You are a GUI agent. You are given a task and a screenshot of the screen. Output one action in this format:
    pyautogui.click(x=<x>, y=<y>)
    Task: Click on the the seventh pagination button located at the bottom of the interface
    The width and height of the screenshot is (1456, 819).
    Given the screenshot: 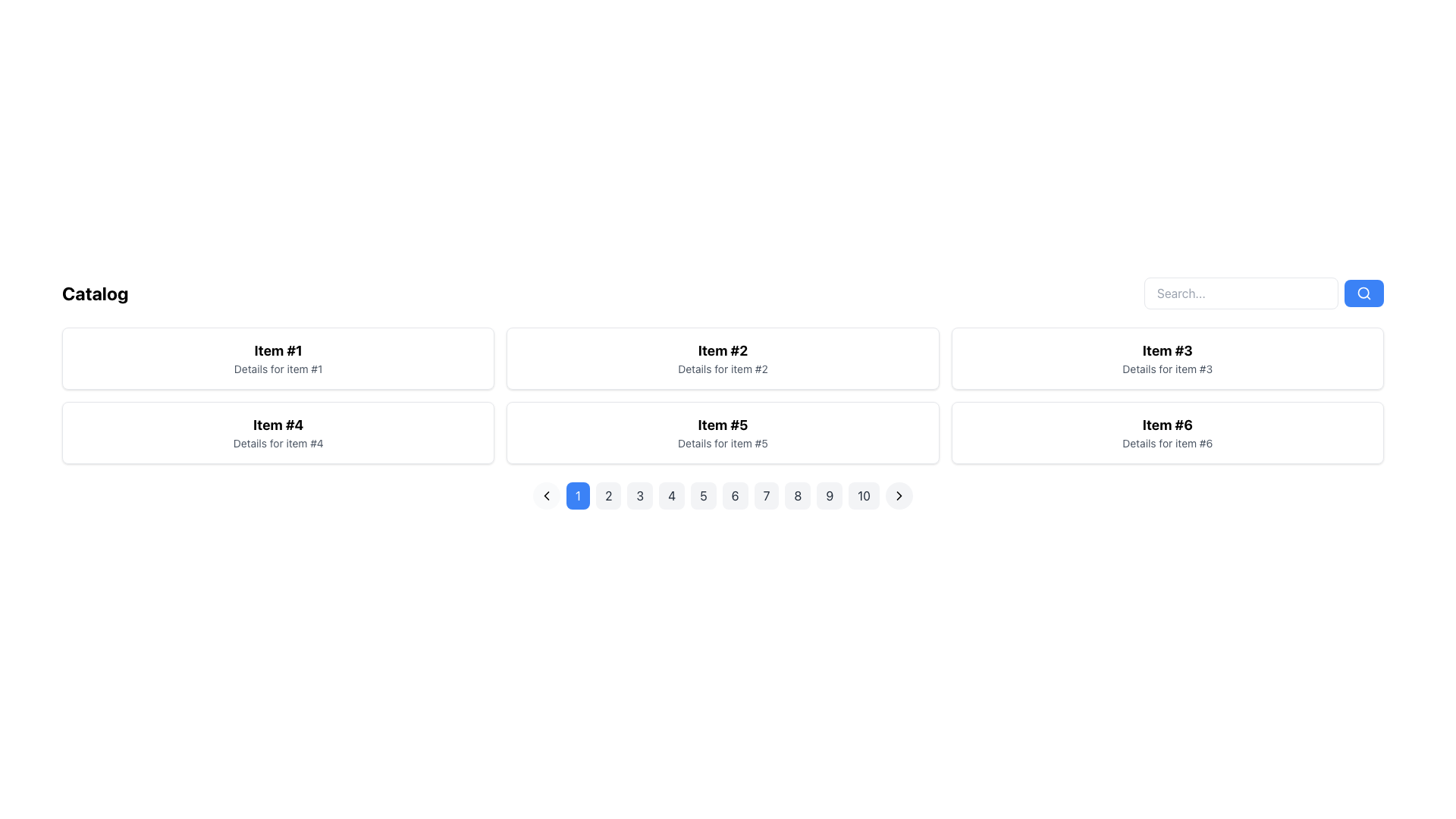 What is the action you would take?
    pyautogui.click(x=767, y=496)
    